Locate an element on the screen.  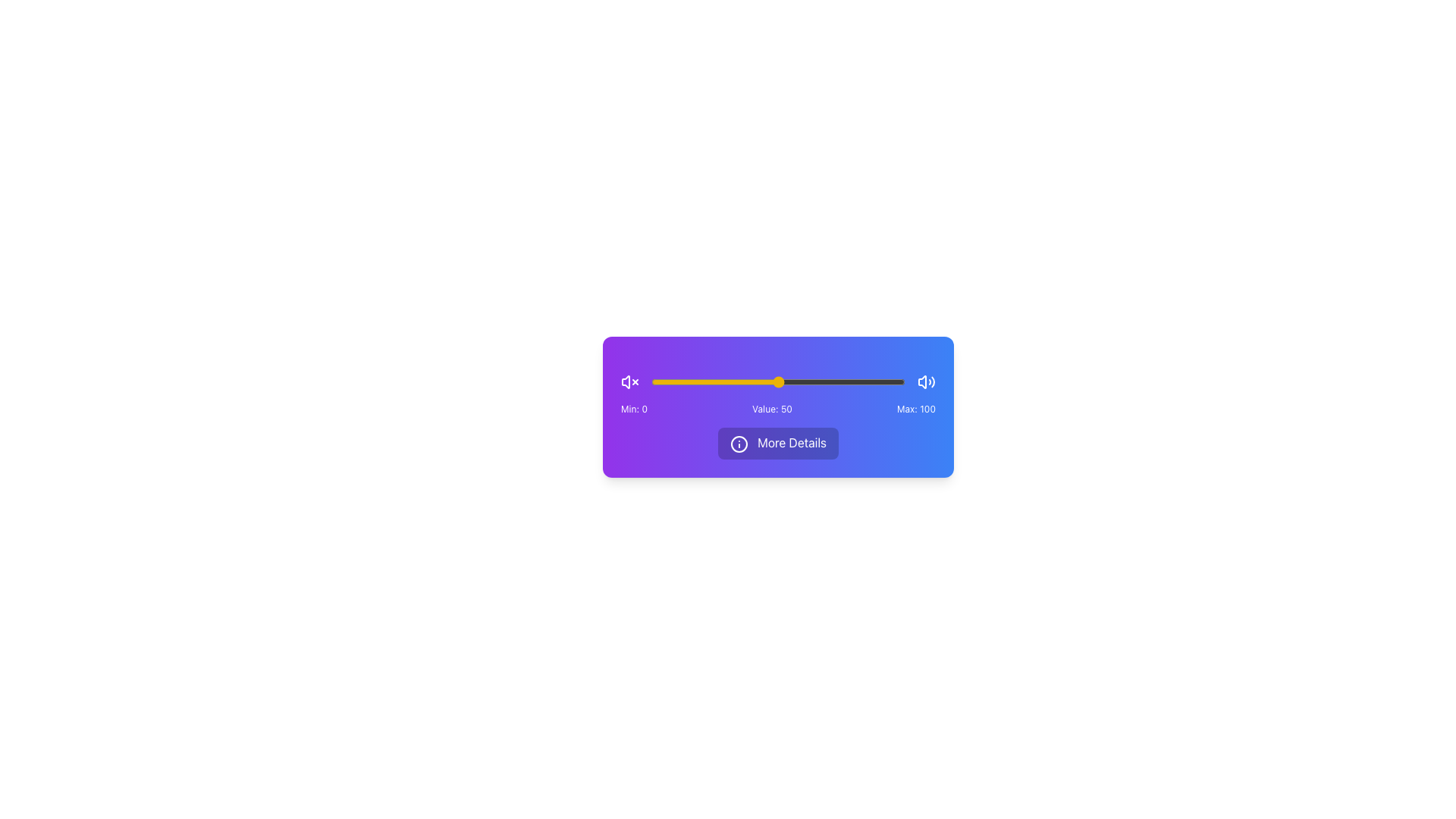
the slider value is located at coordinates (828, 381).